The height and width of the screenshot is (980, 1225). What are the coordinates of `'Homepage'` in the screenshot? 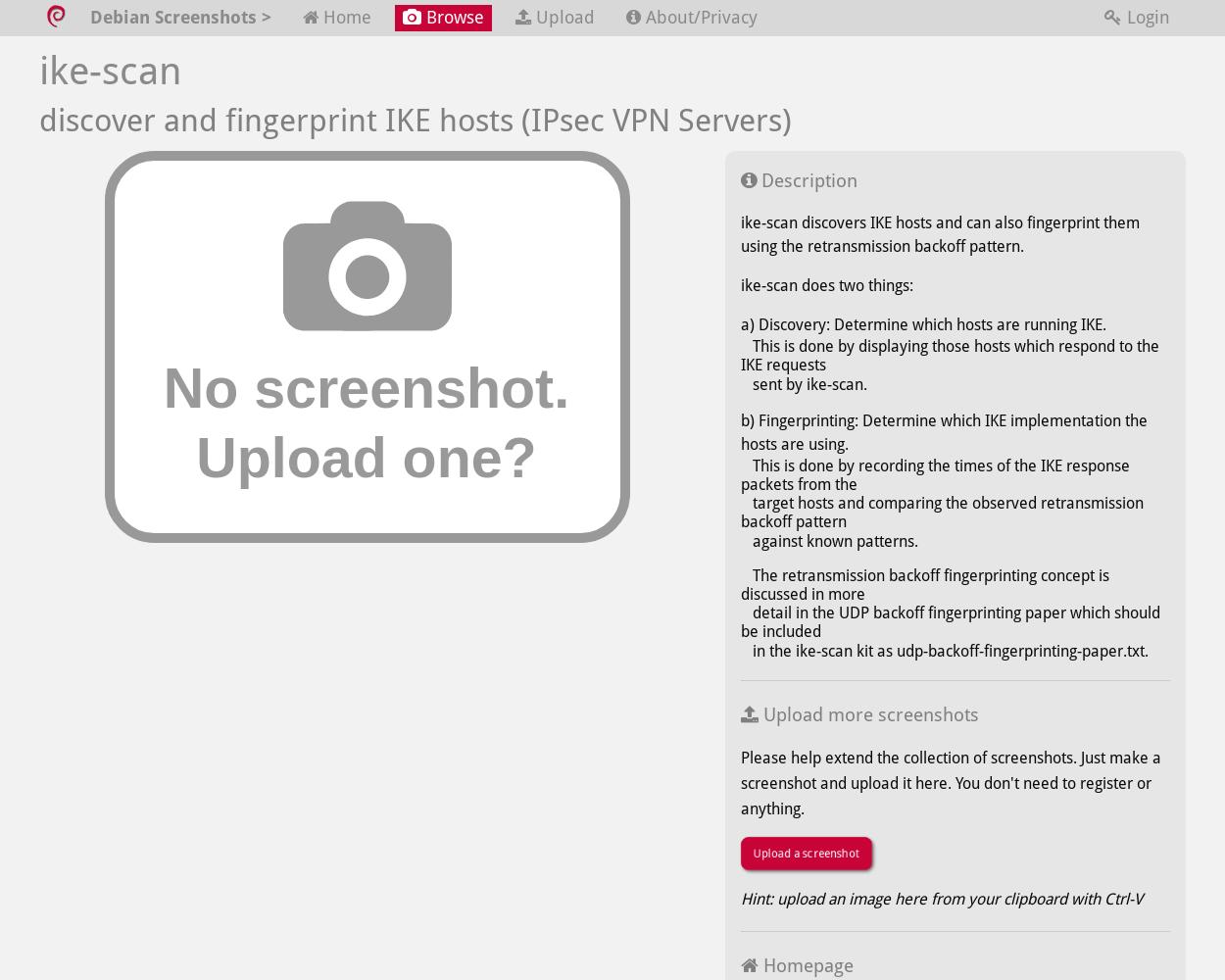 It's located at (805, 964).